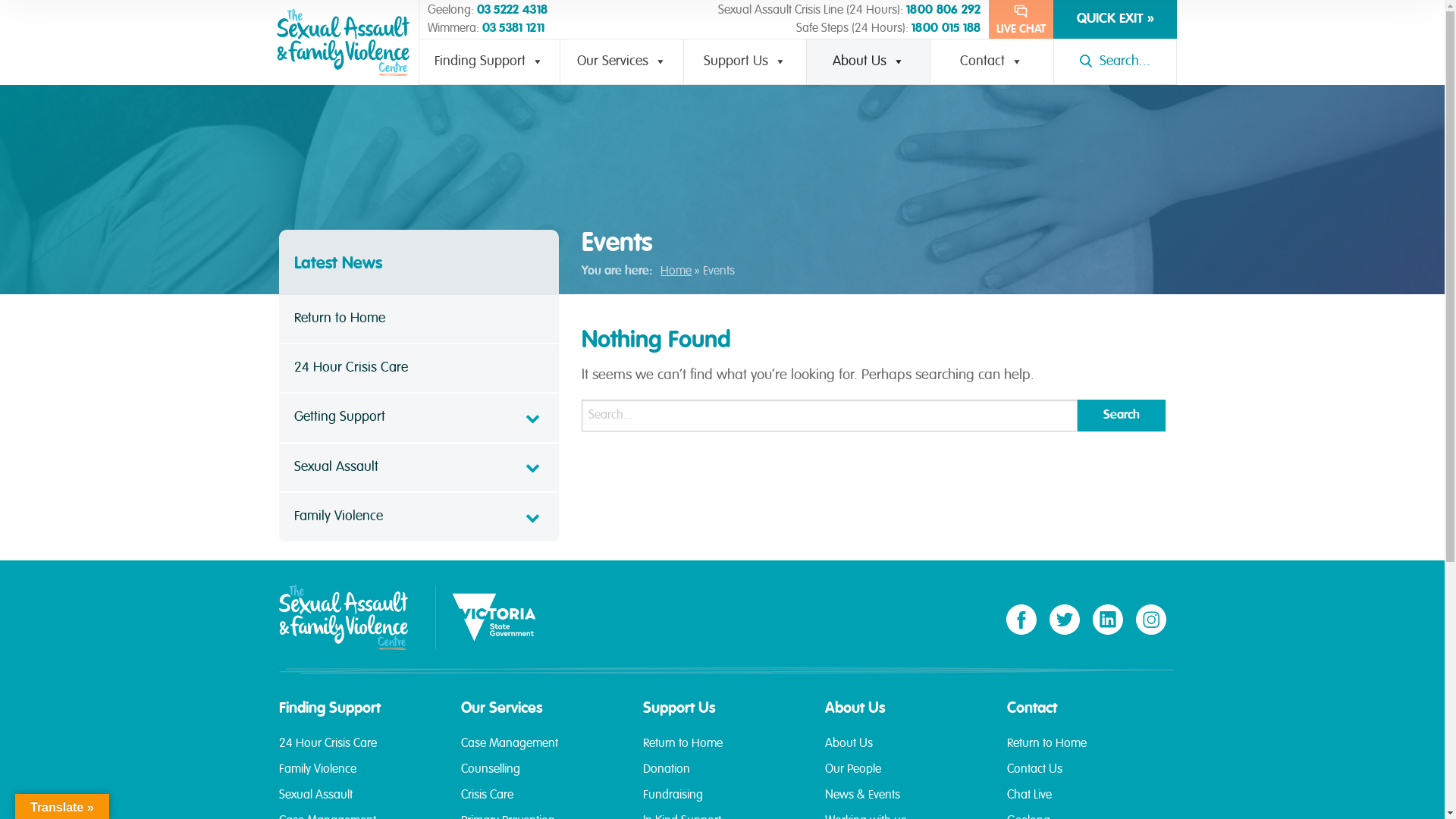 The width and height of the screenshot is (1456, 819). What do you see at coordinates (419, 516) in the screenshot?
I see `'Family Violence'` at bounding box center [419, 516].